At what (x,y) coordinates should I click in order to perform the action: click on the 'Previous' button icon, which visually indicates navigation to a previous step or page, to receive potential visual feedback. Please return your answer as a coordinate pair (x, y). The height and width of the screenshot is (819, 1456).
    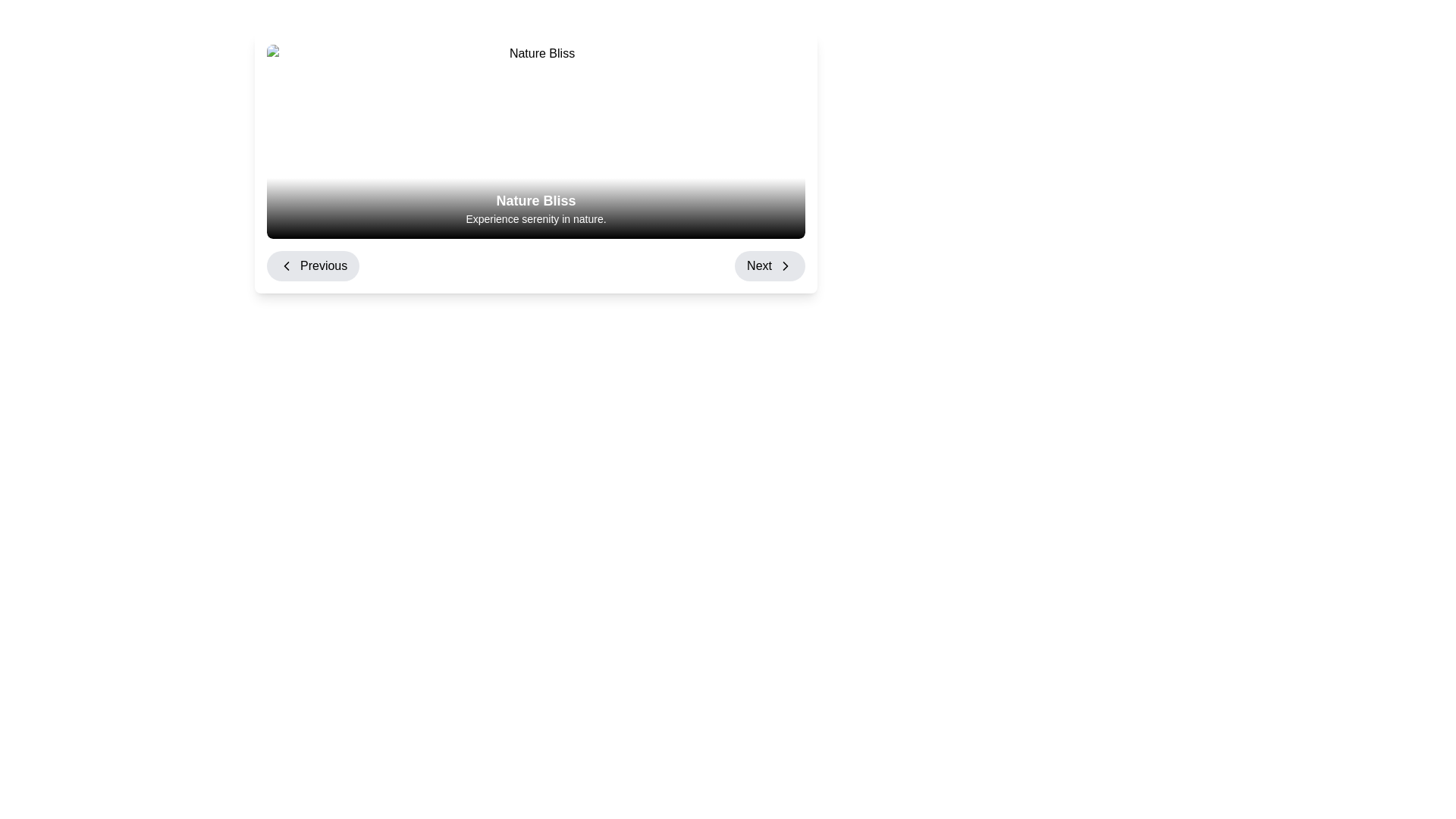
    Looking at the image, I should click on (287, 265).